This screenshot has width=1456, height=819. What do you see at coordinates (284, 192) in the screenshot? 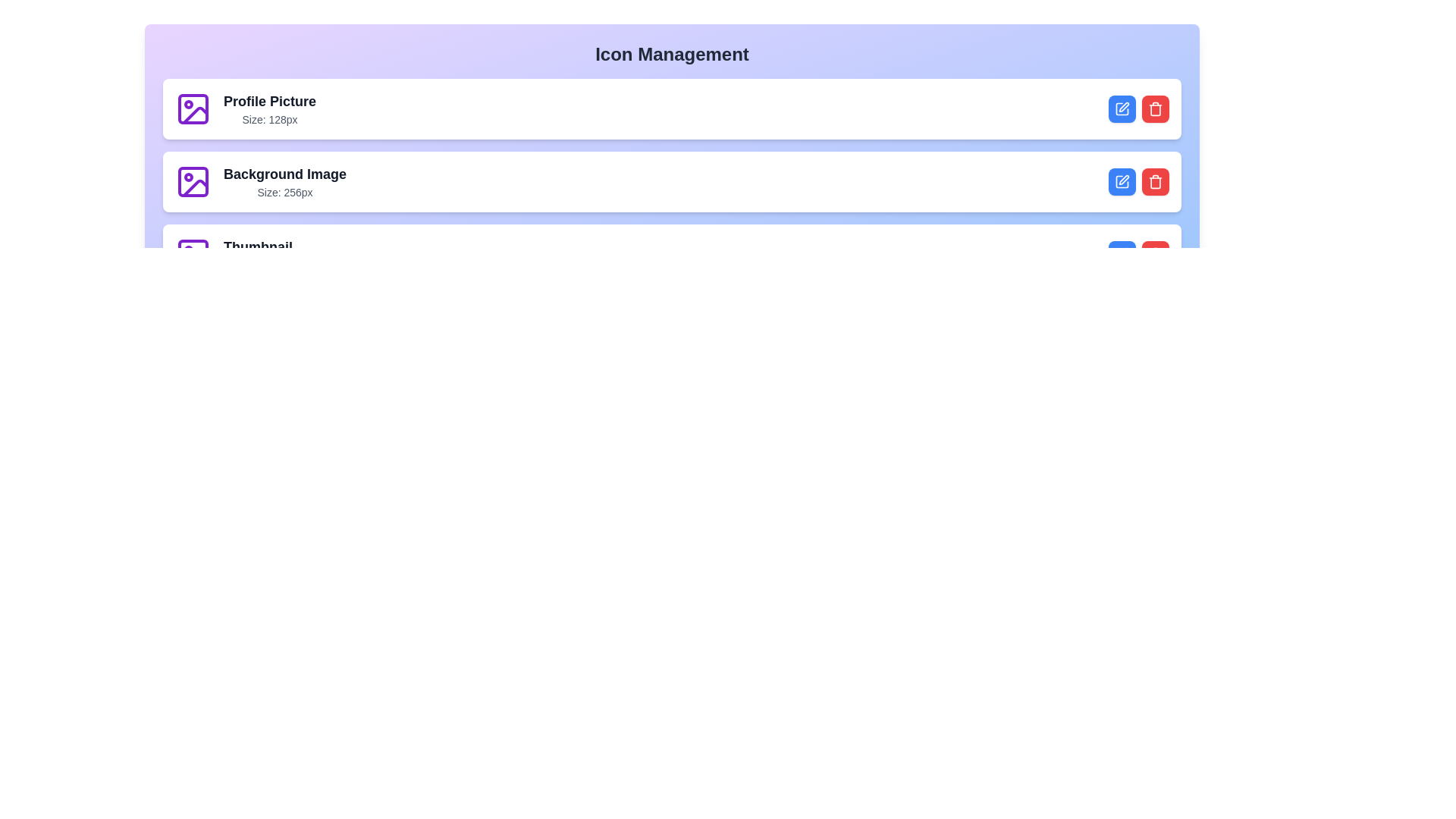
I see `the static descriptive text element that provides dimension size information for 'Background Image', located directly below the 'Background Image' heading` at bounding box center [284, 192].